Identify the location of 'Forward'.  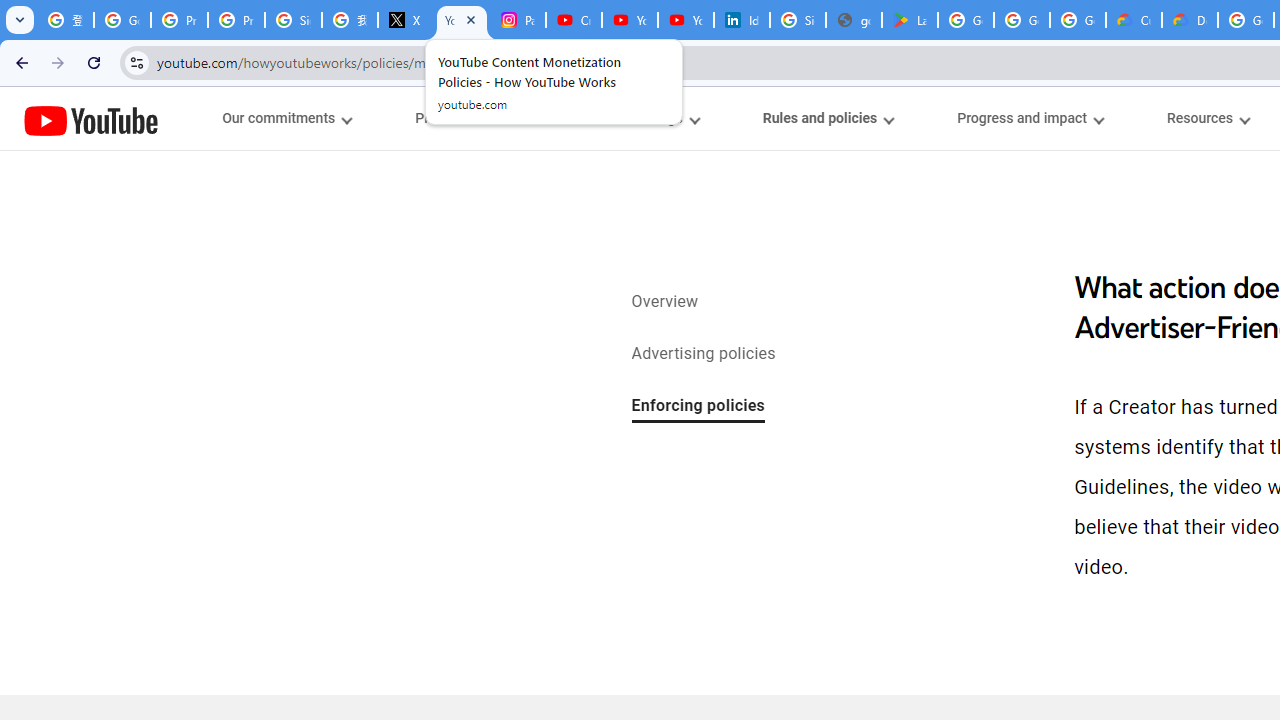
(58, 61).